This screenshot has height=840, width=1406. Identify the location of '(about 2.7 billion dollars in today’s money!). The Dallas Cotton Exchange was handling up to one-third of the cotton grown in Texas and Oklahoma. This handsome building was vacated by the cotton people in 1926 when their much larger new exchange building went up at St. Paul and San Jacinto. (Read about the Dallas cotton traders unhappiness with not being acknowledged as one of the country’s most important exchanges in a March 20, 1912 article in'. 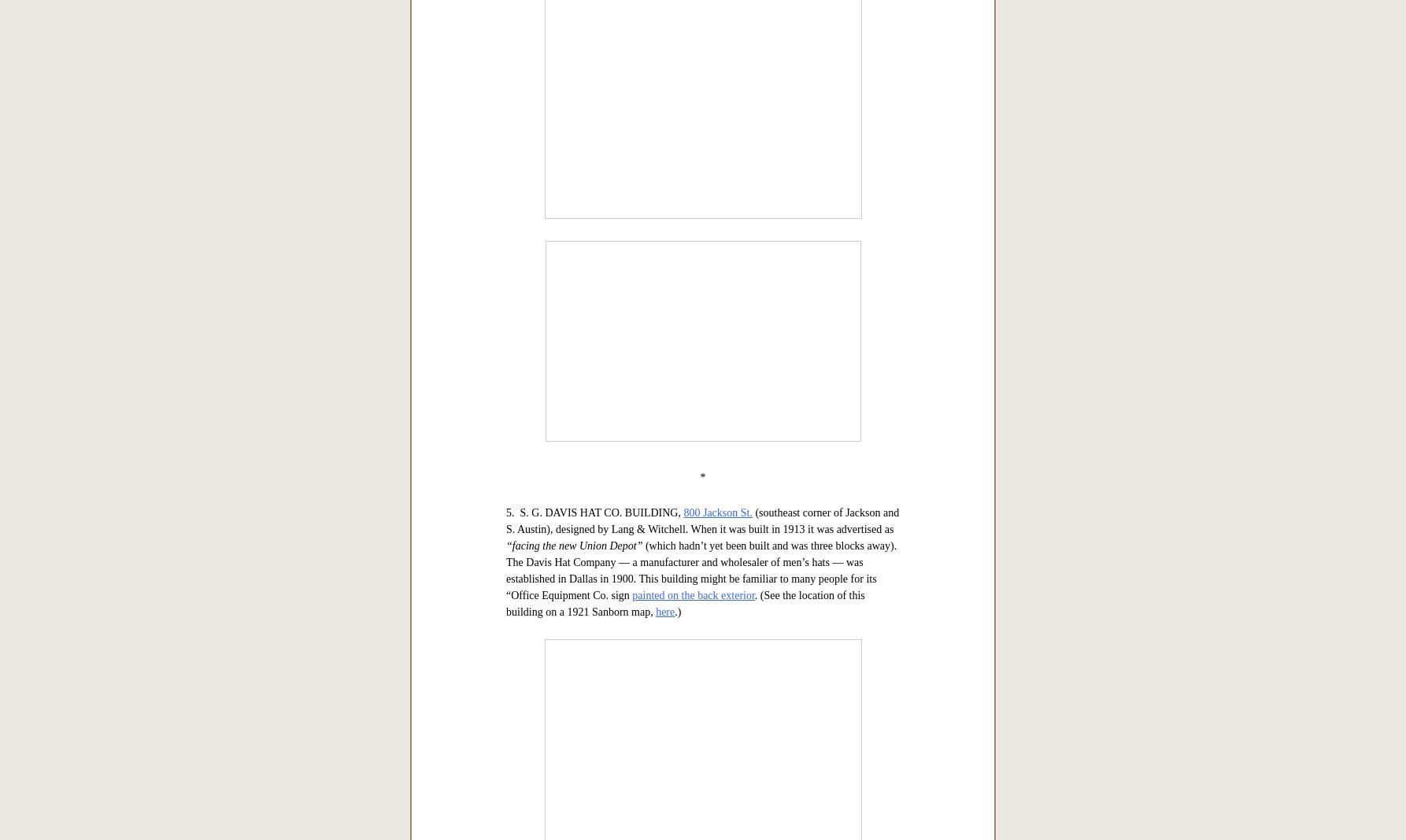
(701, 335).